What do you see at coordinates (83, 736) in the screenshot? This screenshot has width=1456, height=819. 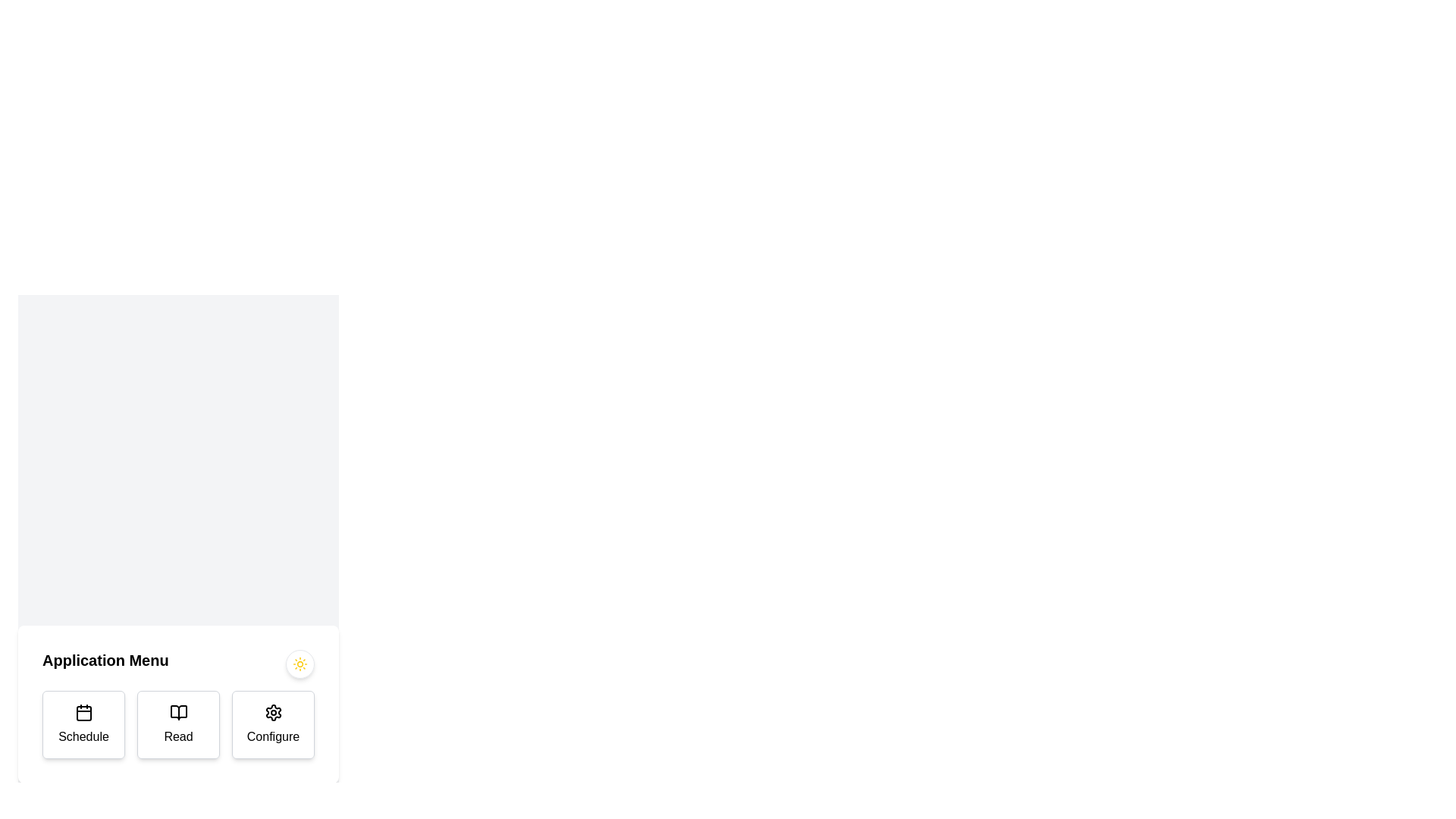 I see `text of the 'Schedule' label which is styled with medium font weight and is part of a button group in the lower-left section of the interface` at bounding box center [83, 736].